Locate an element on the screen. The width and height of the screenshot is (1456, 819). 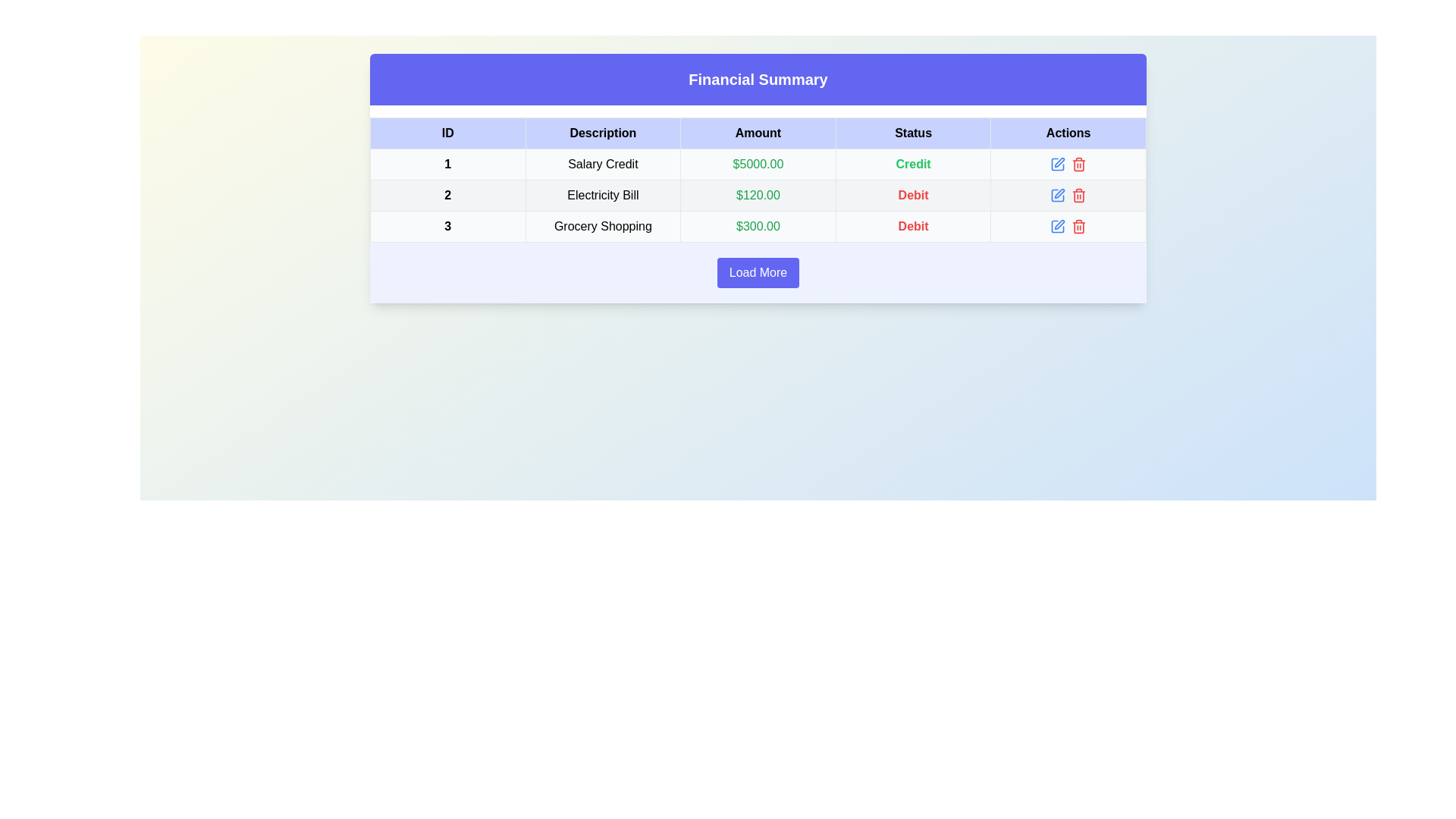
the 'Grocery Shopping' text label located in the third row of the 'Financial Summary' table, under the 'Description' column is located at coordinates (602, 227).